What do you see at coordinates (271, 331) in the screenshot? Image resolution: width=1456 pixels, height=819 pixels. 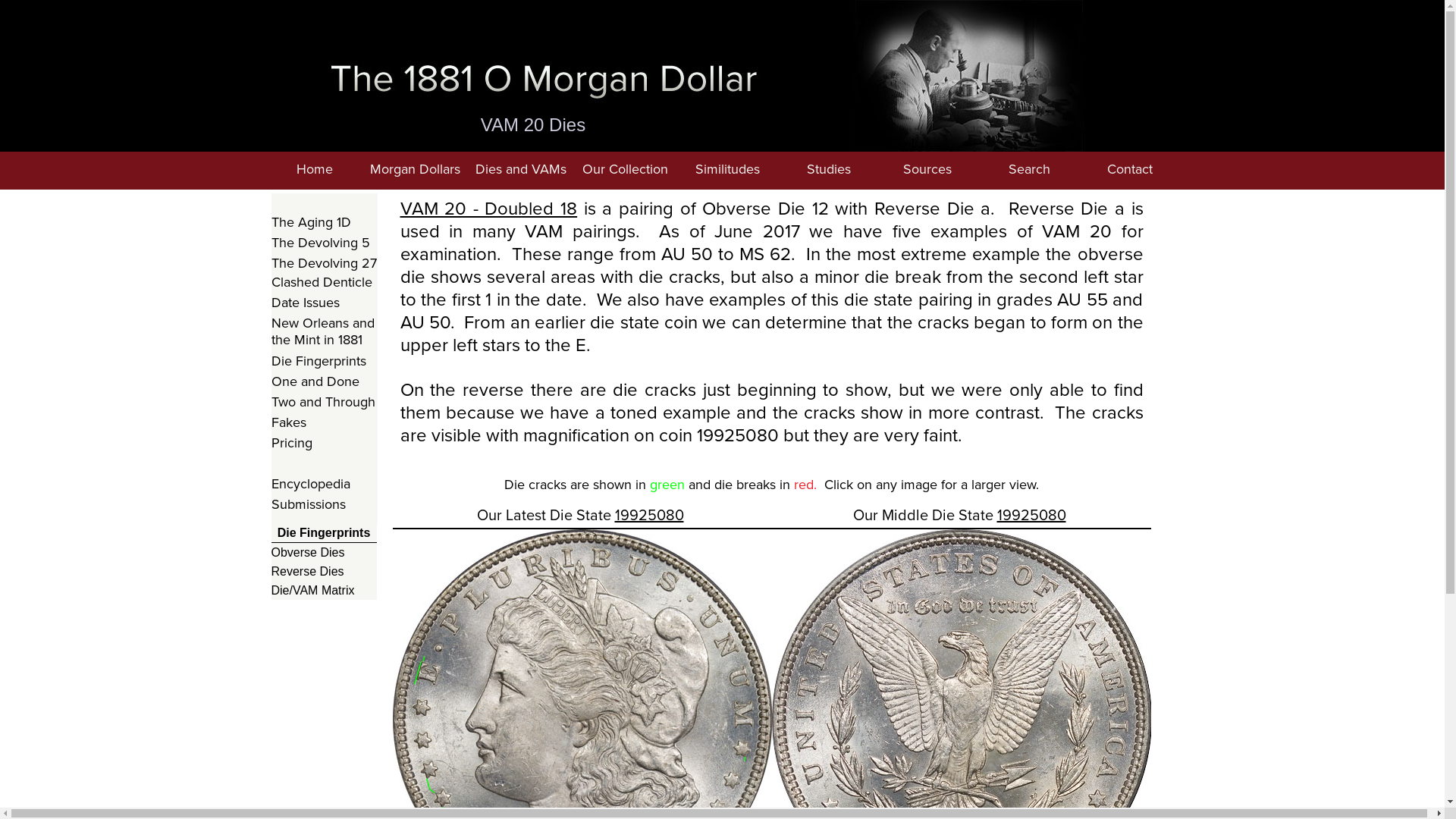 I see `'New Orleans and the Mint in 1881'` at bounding box center [271, 331].